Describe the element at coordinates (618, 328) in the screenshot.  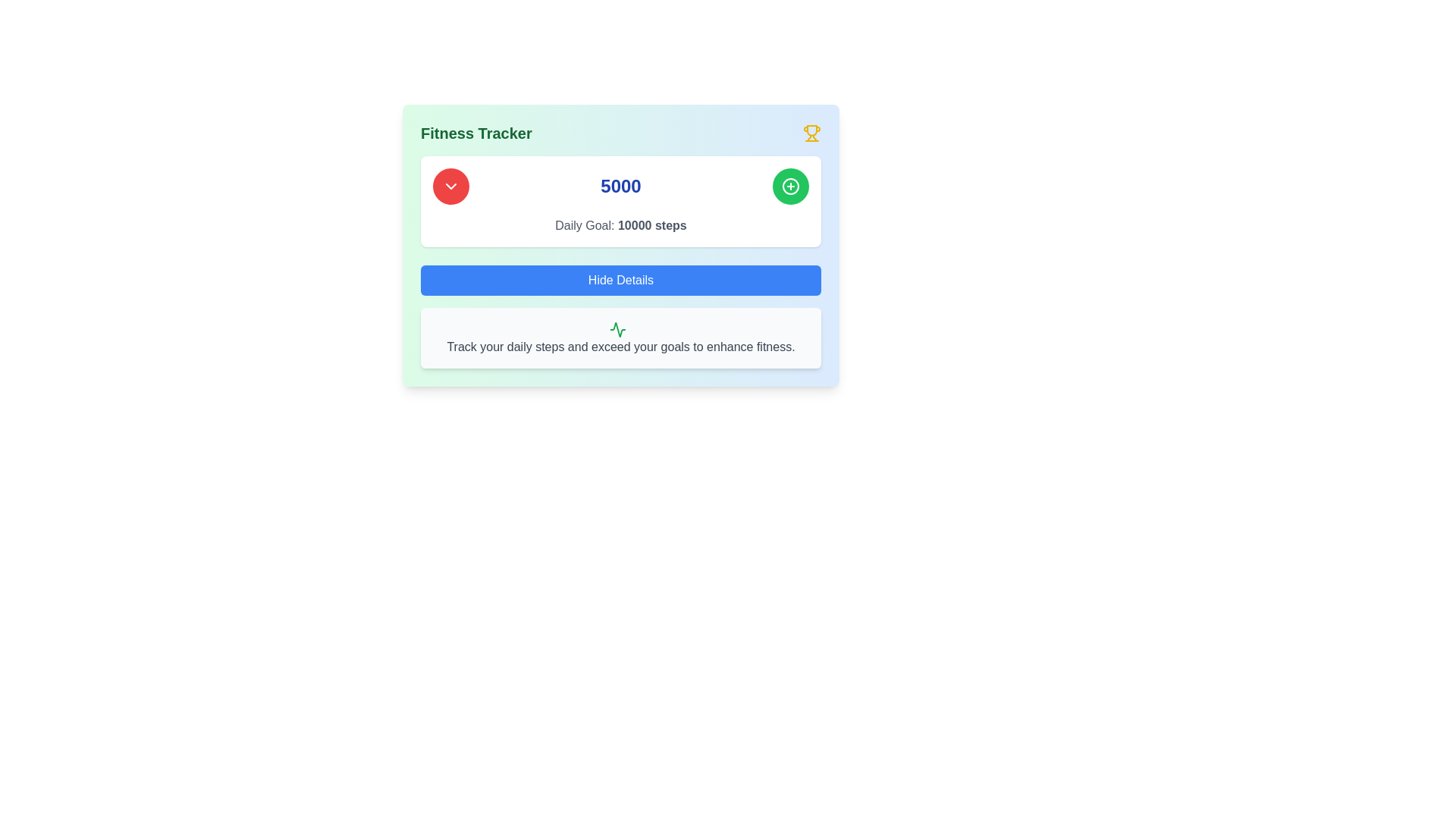
I see `the activity indicator icon located below the 'Hide Details' button and to the left of the descriptive text` at that location.